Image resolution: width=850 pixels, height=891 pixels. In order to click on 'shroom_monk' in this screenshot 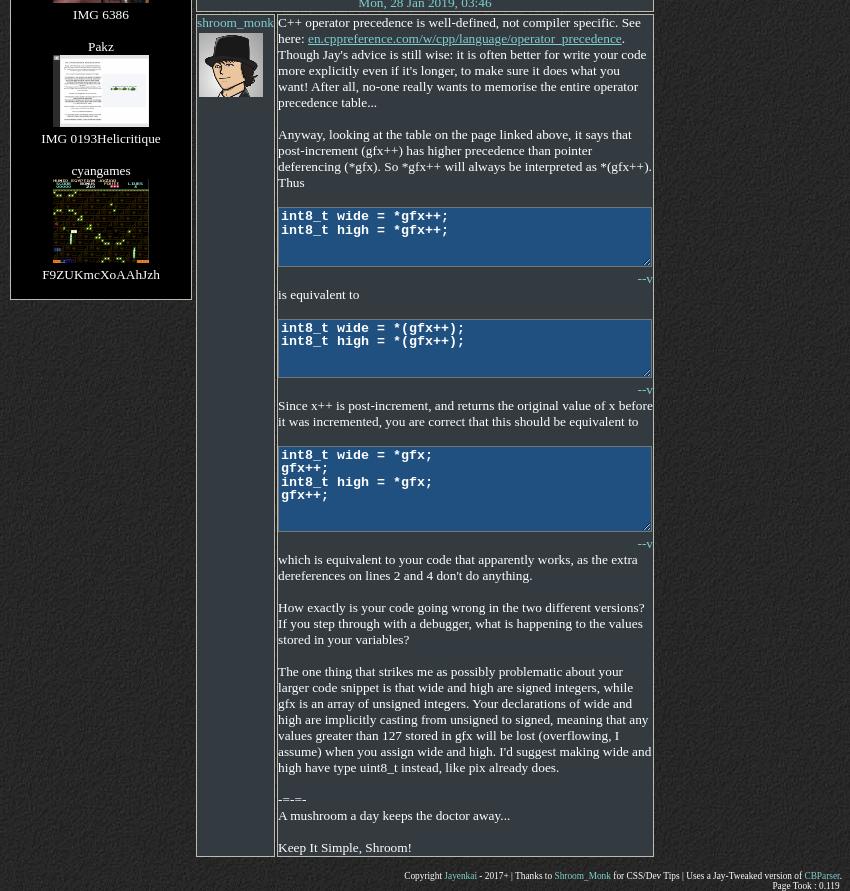, I will do `click(235, 22)`.